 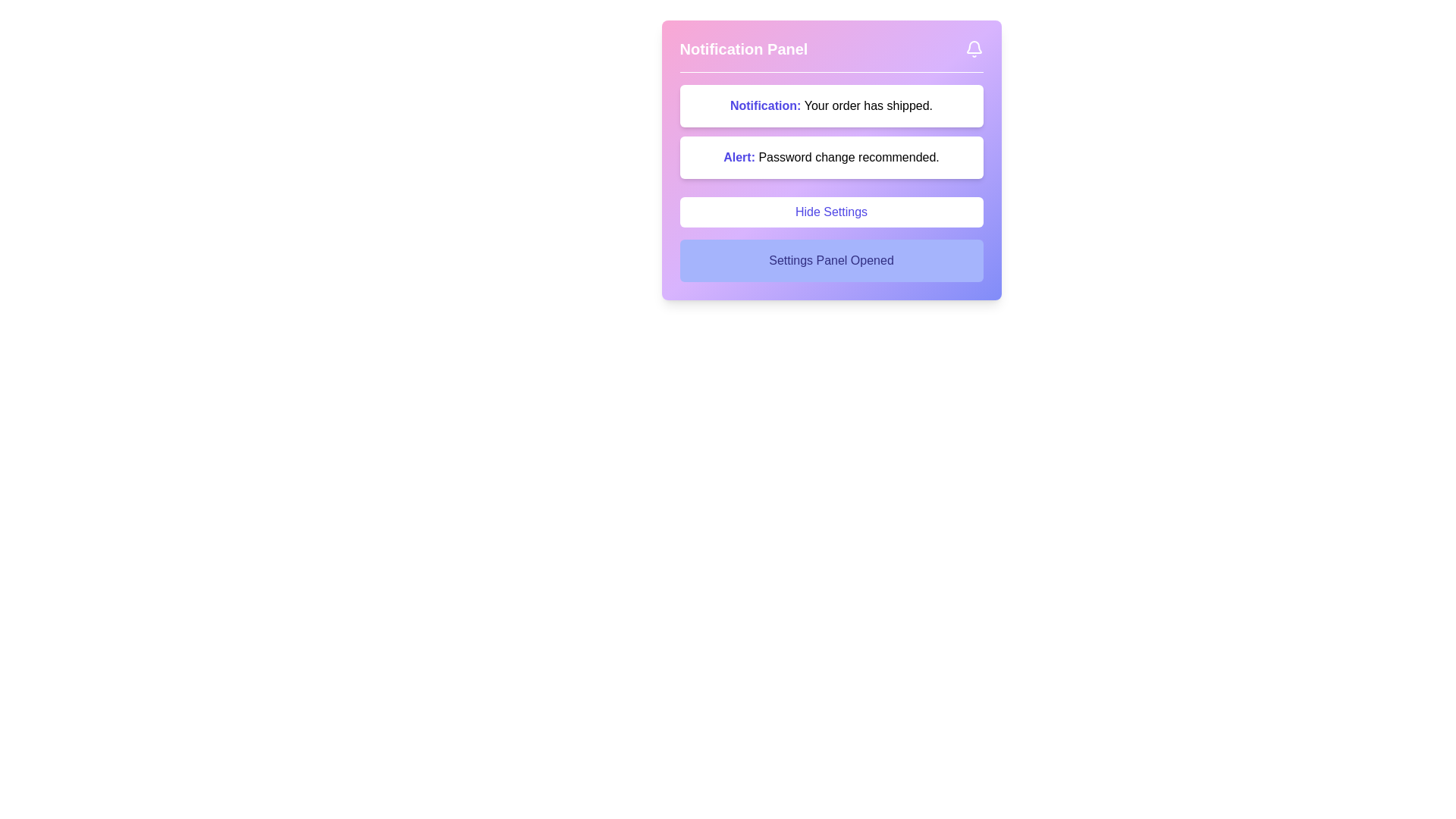 What do you see at coordinates (830, 105) in the screenshot?
I see `the top notification box that displays messages about updates or actions, specifically indicating a shipped order` at bounding box center [830, 105].